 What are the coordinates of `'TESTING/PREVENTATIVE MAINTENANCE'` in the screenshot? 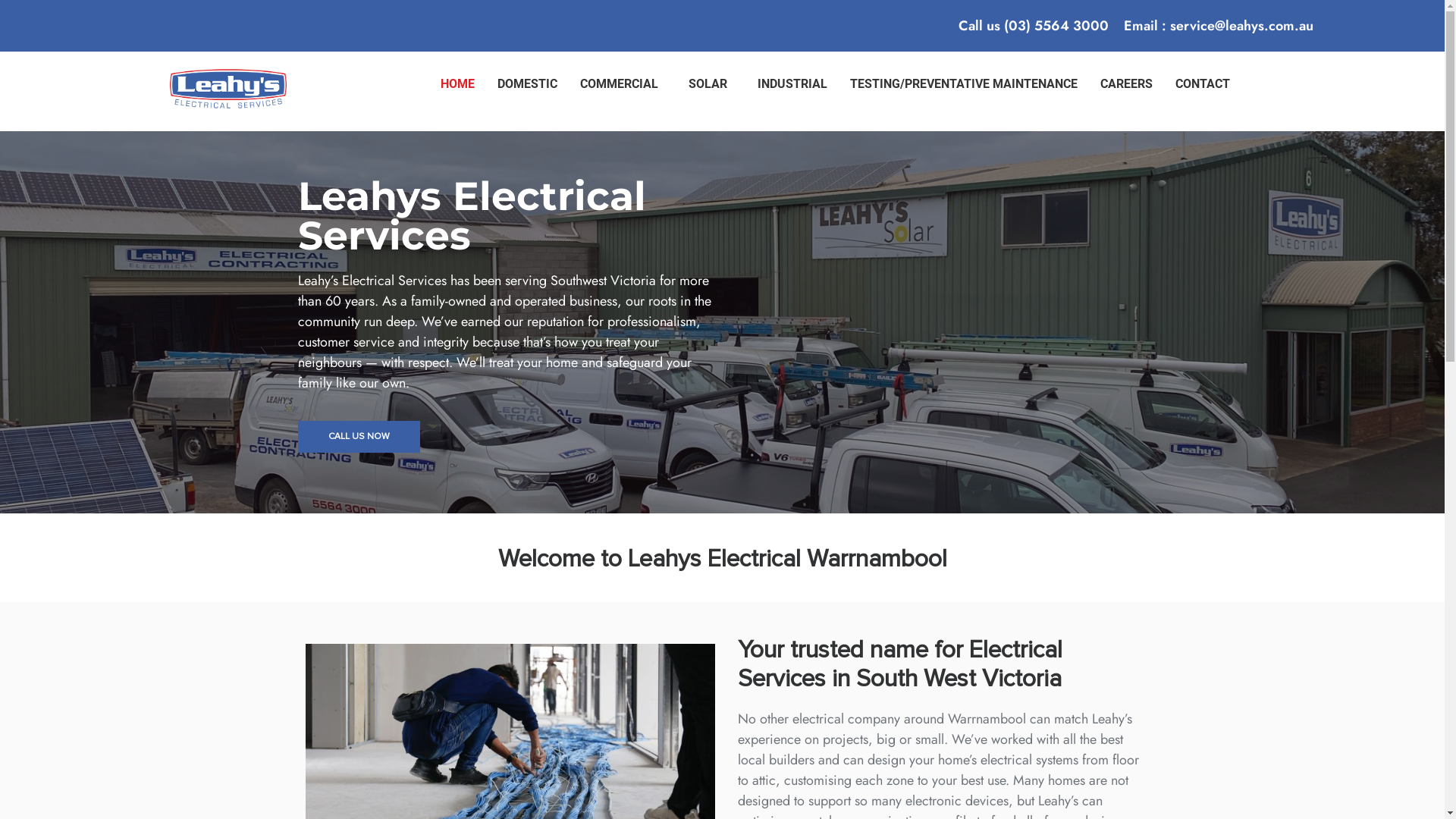 It's located at (963, 84).